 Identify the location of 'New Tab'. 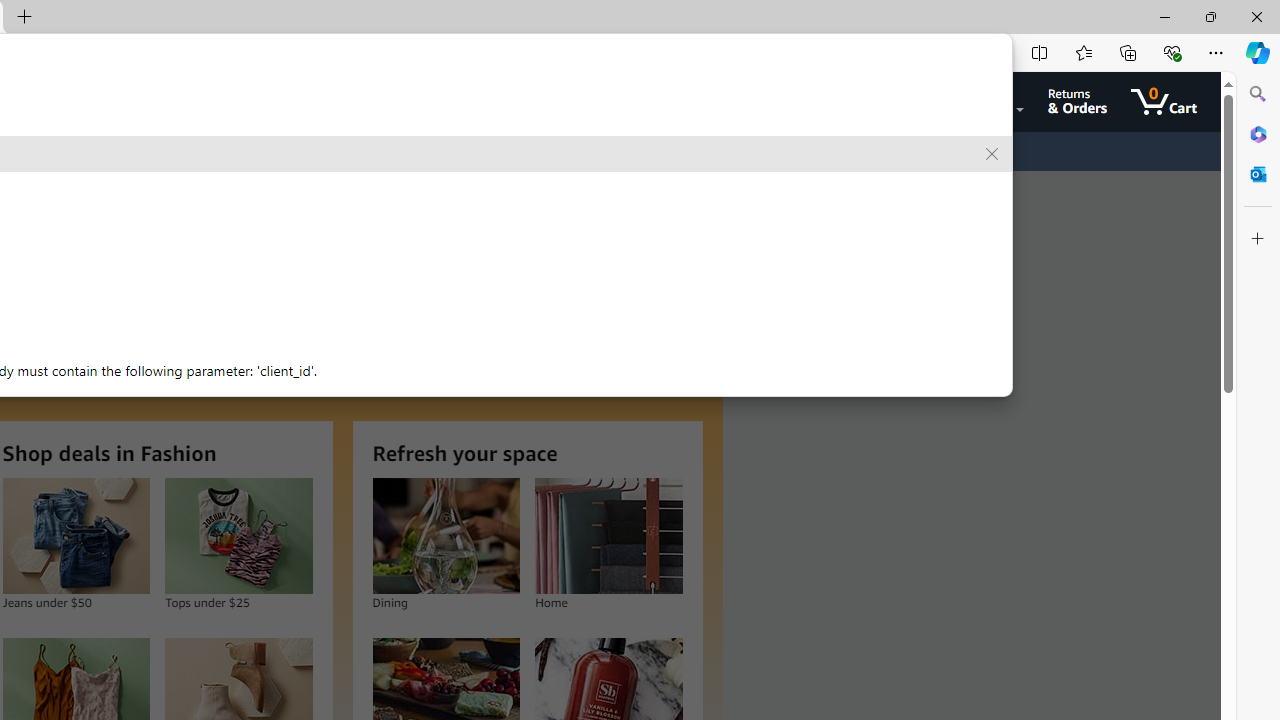
(24, 17).